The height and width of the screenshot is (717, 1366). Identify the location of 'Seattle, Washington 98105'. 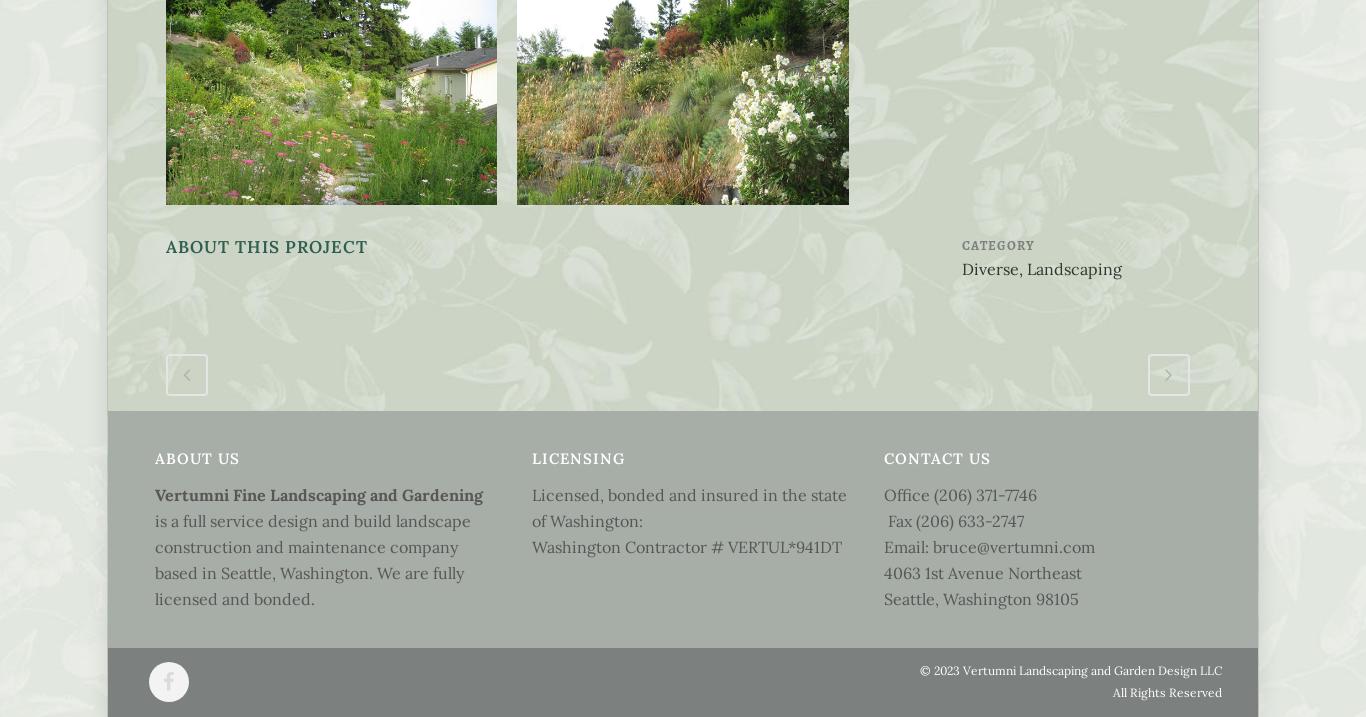
(981, 597).